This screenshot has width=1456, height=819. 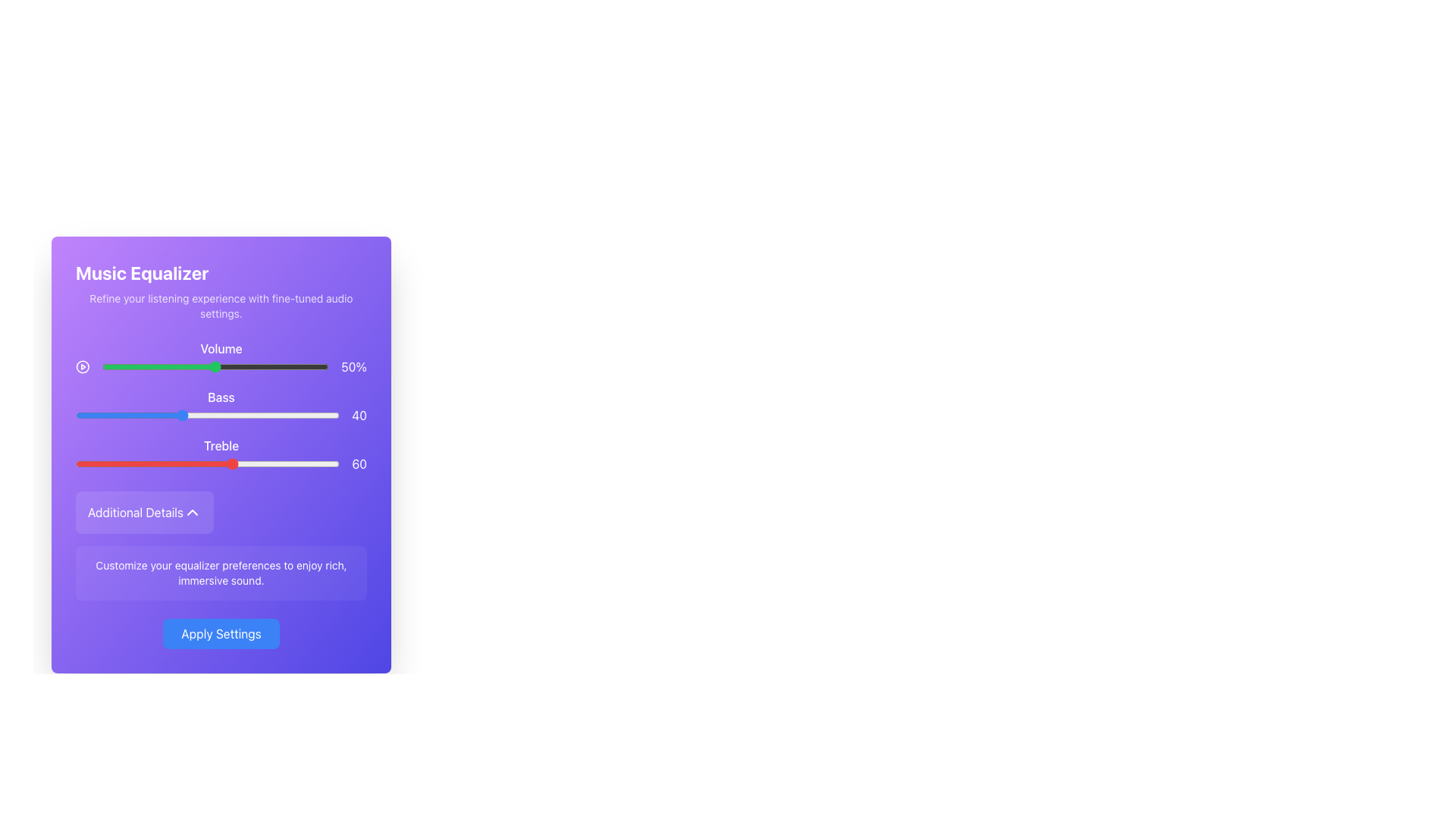 I want to click on the slider, so click(x=122, y=366).